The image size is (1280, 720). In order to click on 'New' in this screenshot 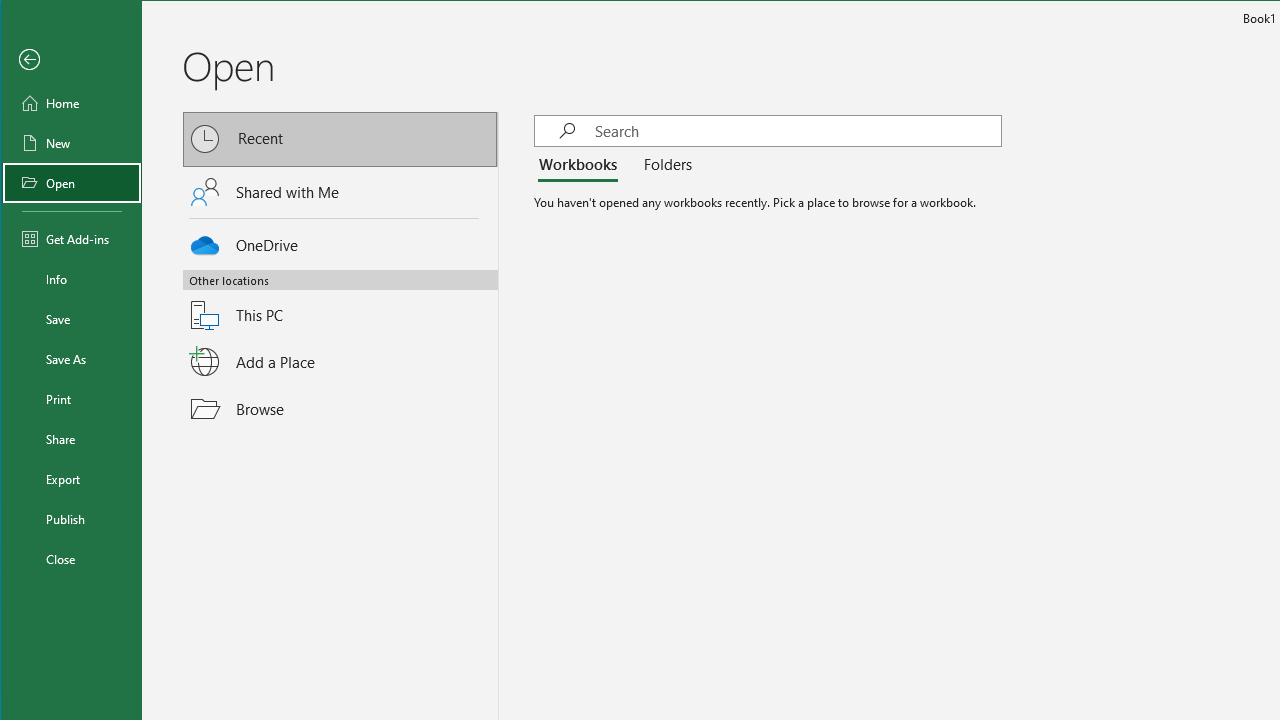, I will do `click(72, 141)`.